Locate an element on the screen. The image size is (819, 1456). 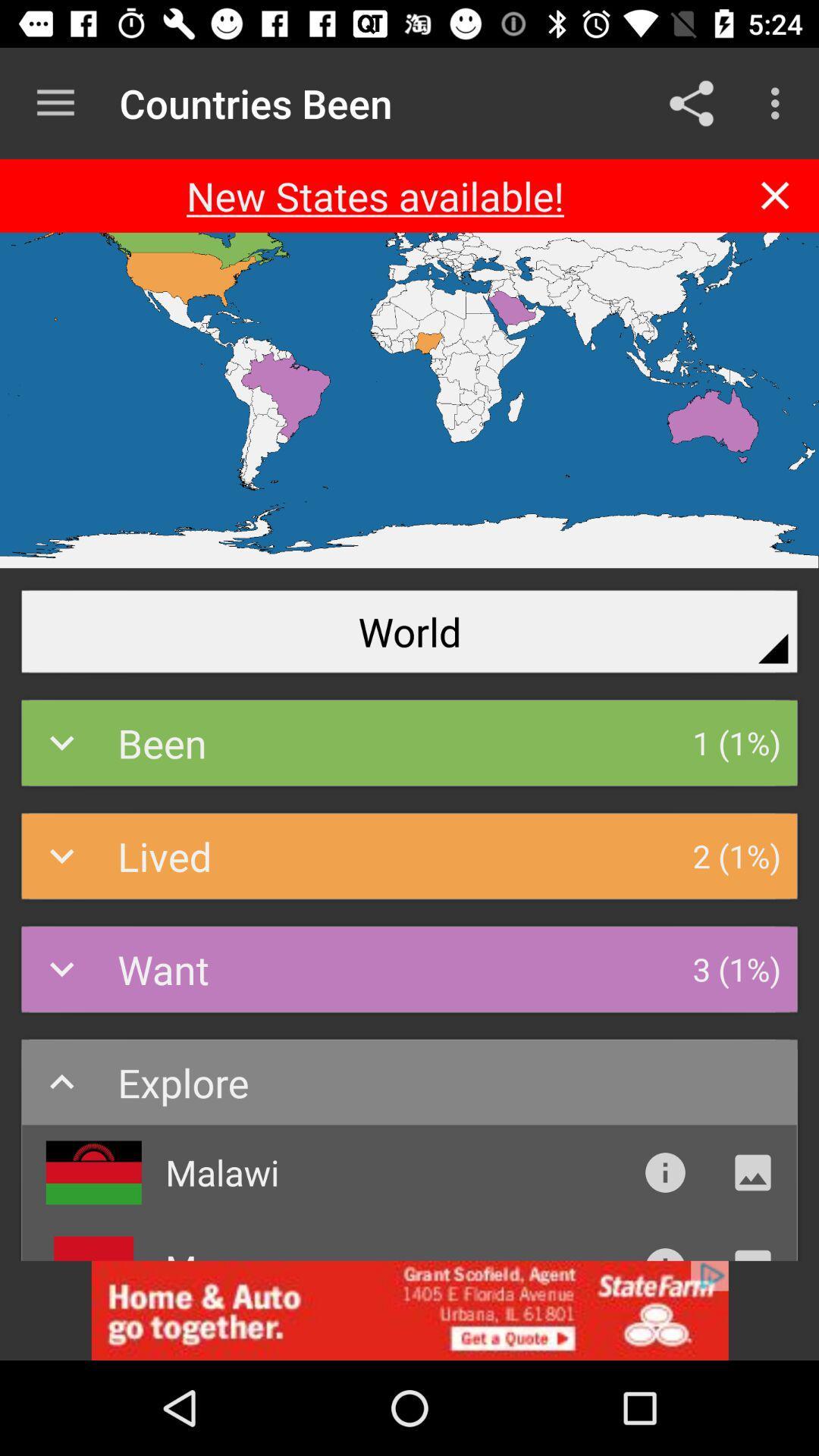
the close icon is located at coordinates (775, 195).